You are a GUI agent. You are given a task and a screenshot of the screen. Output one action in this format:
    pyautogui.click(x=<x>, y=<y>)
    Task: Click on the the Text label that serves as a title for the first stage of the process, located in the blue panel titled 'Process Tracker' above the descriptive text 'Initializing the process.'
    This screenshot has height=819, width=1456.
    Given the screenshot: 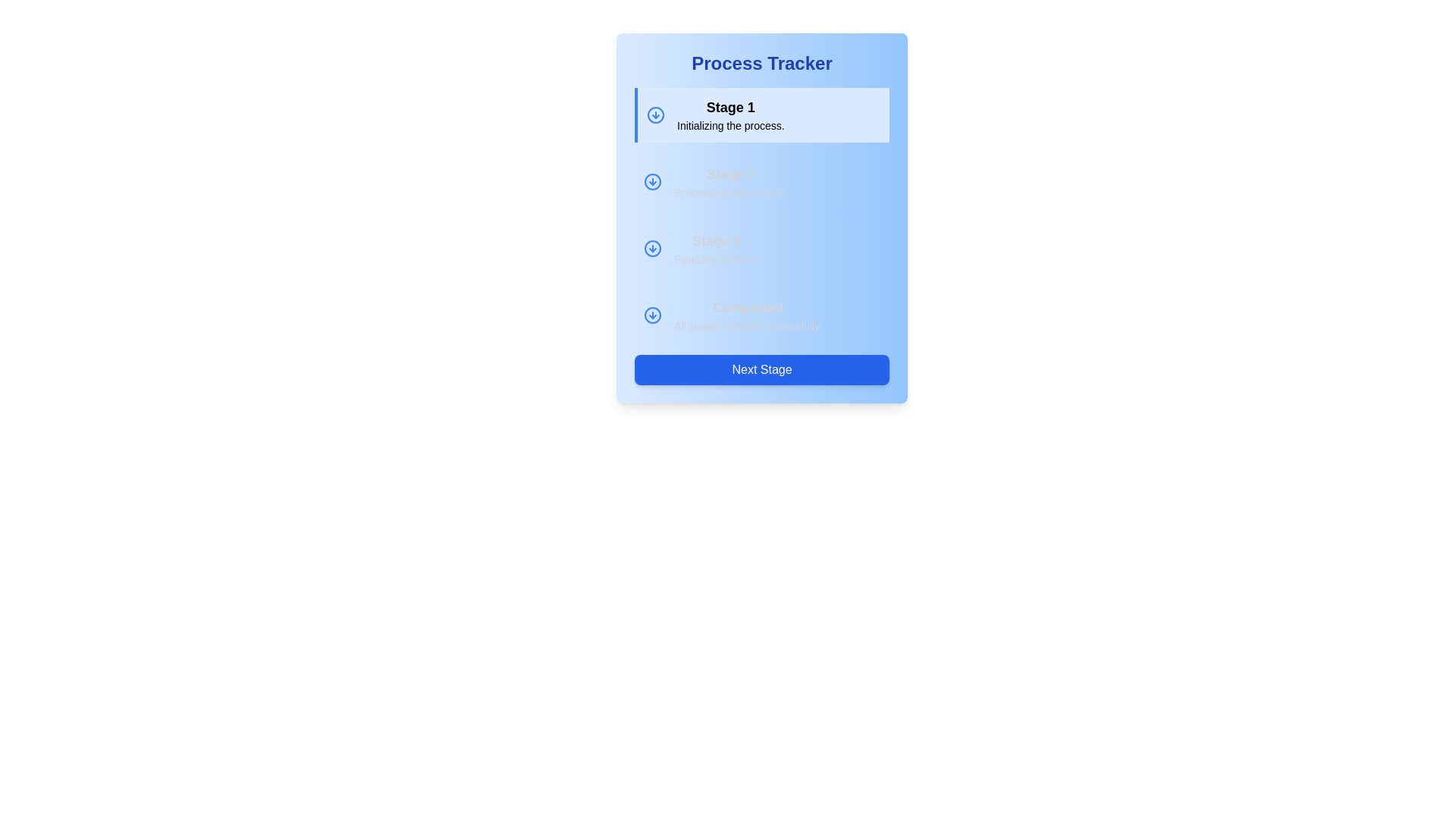 What is the action you would take?
    pyautogui.click(x=730, y=107)
    